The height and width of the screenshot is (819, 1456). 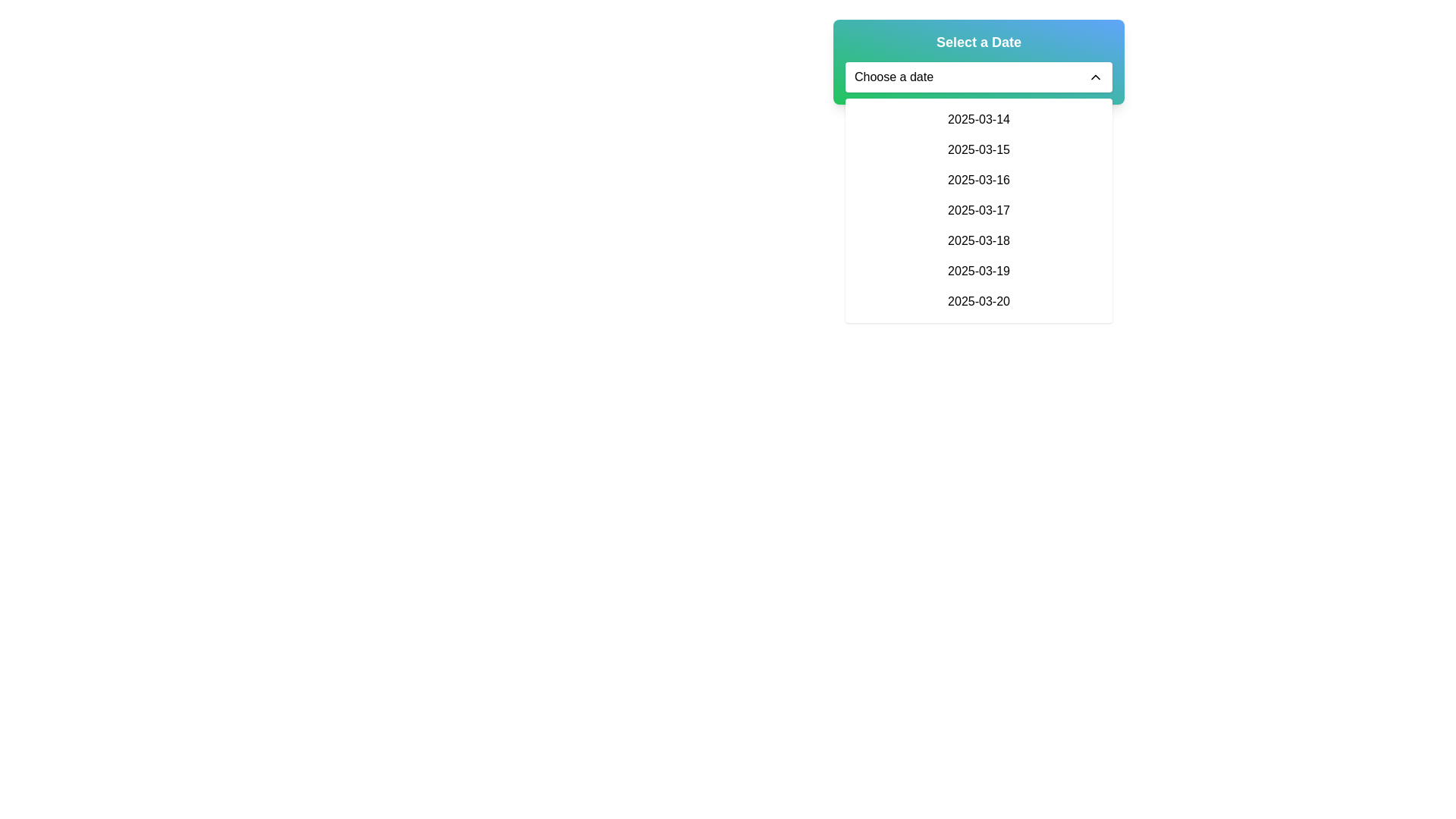 I want to click on the list item displaying the date '2025-03-17' in the dropdown menu beneath 'Select a Date', so click(x=979, y=210).